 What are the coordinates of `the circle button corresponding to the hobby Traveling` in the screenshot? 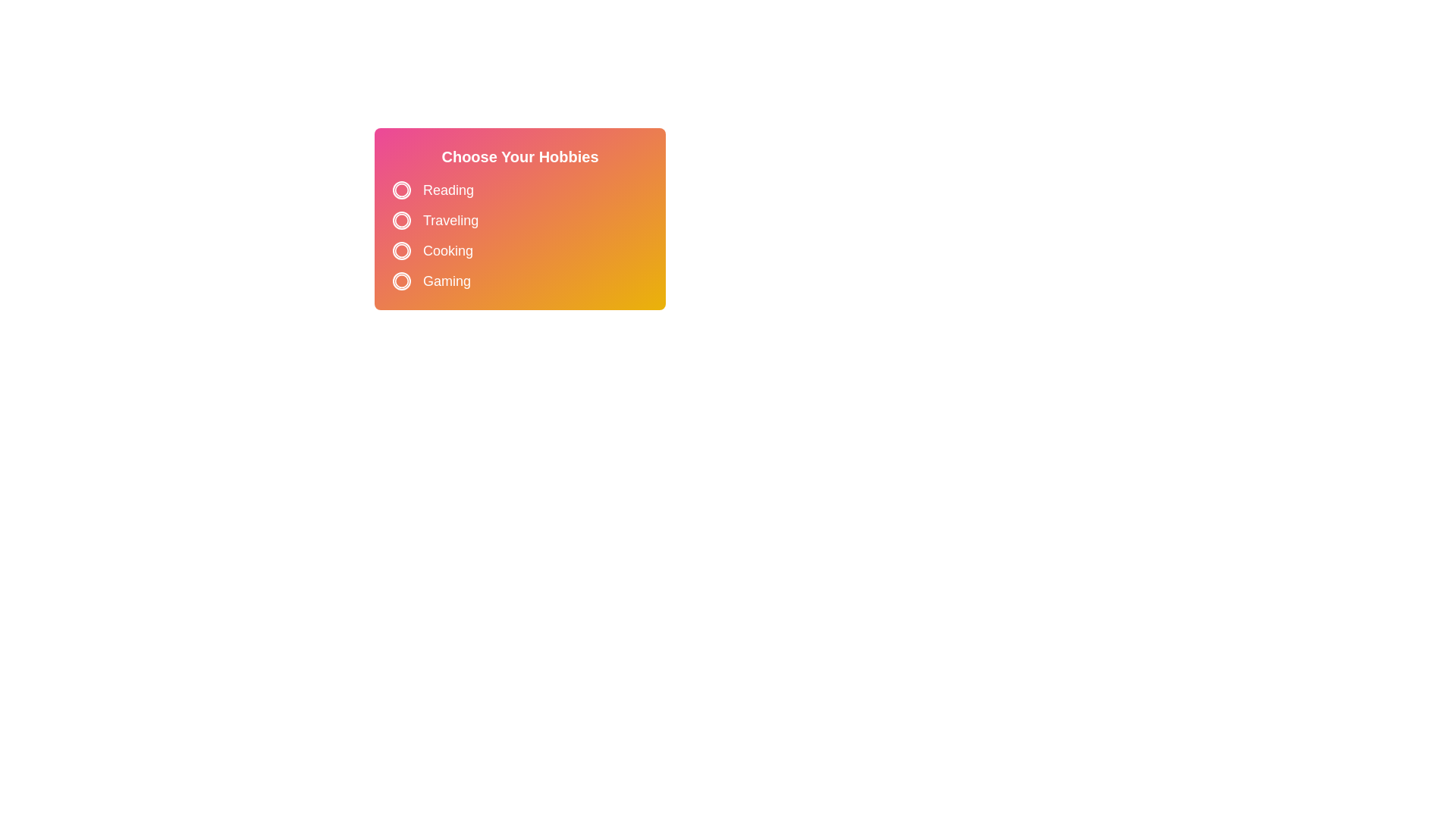 It's located at (401, 220).